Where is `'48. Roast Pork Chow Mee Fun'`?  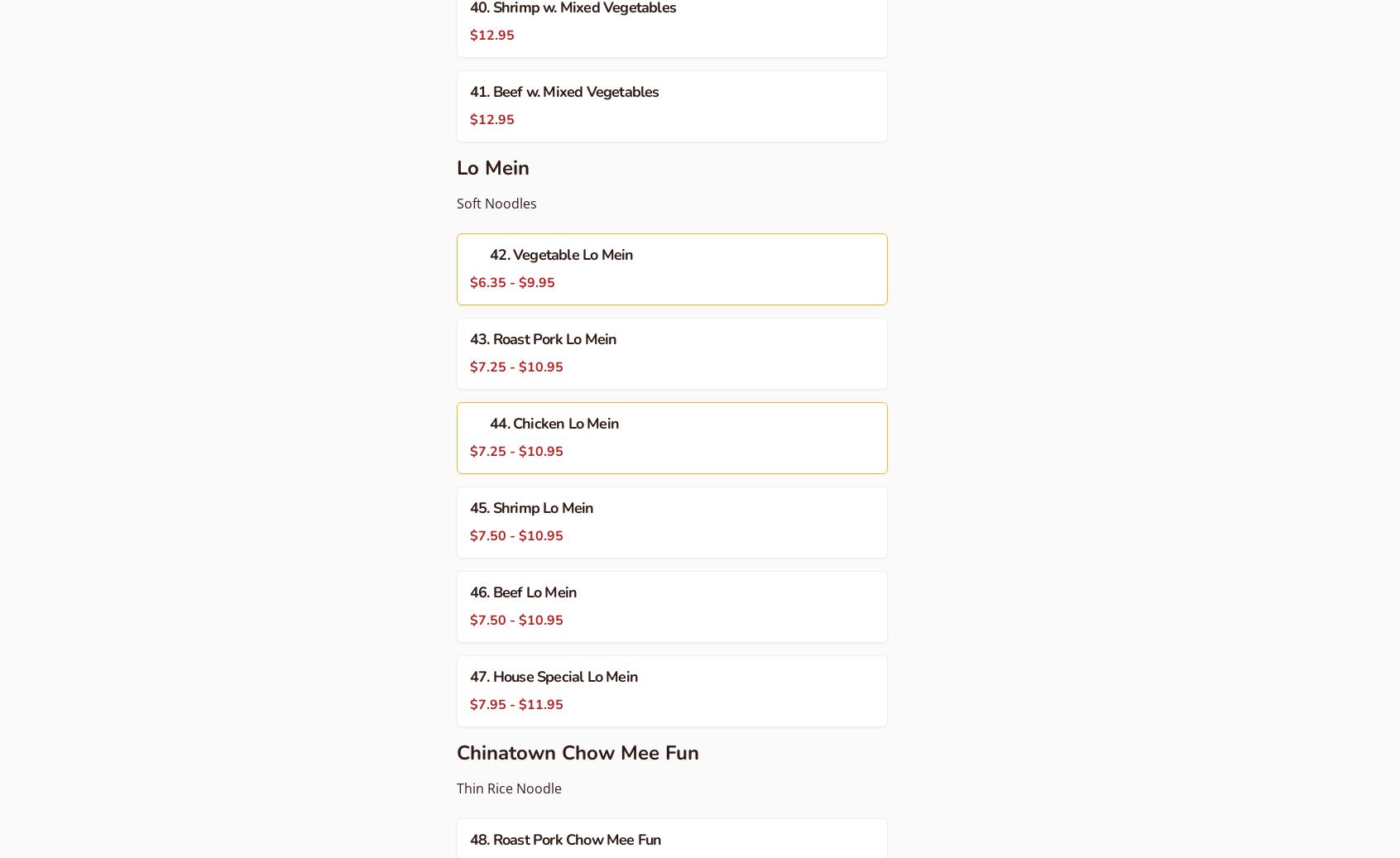
'48. Roast Pork Chow Mee Fun' is located at coordinates (565, 840).